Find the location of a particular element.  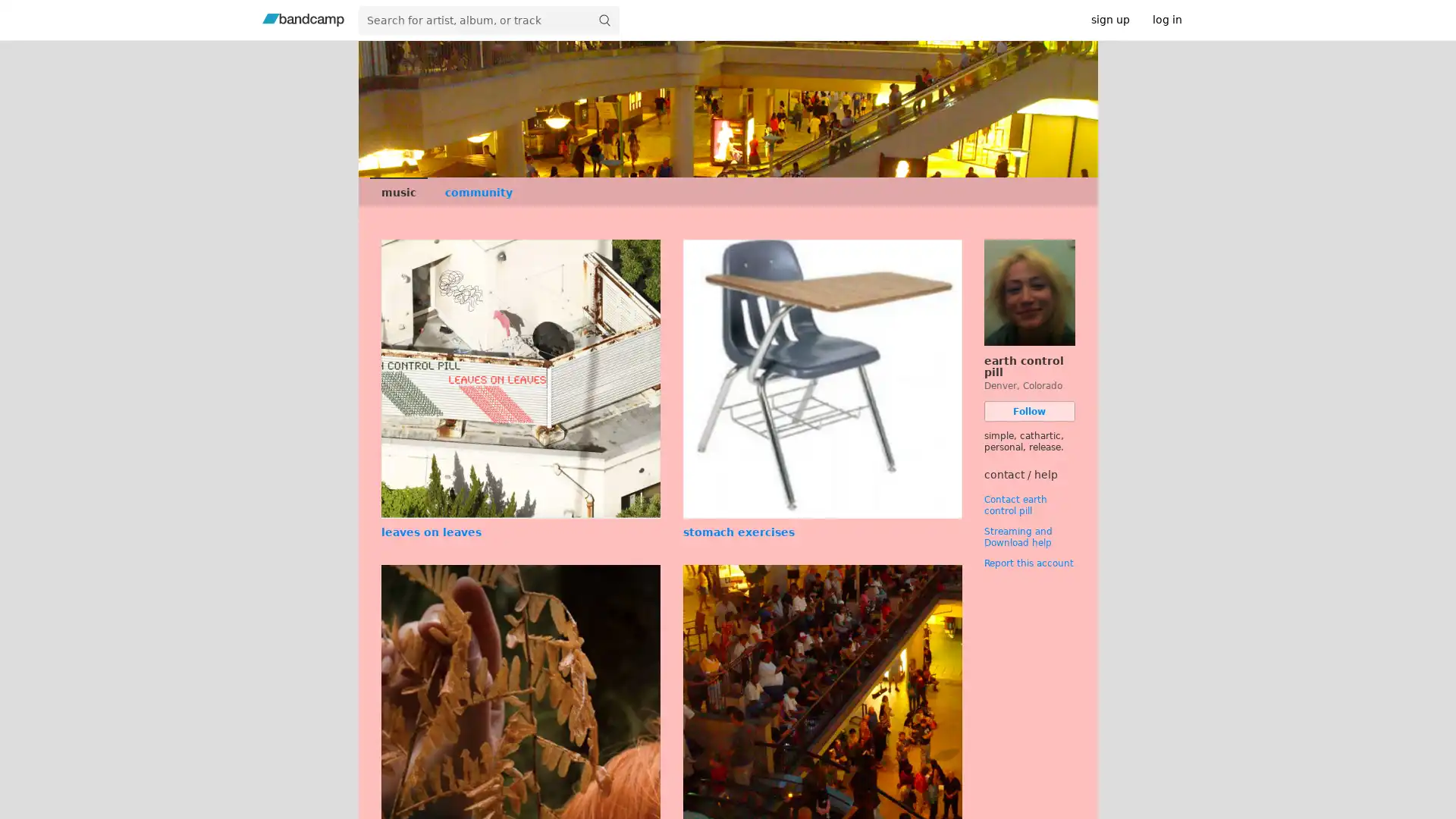

Follow is located at coordinates (1029, 411).